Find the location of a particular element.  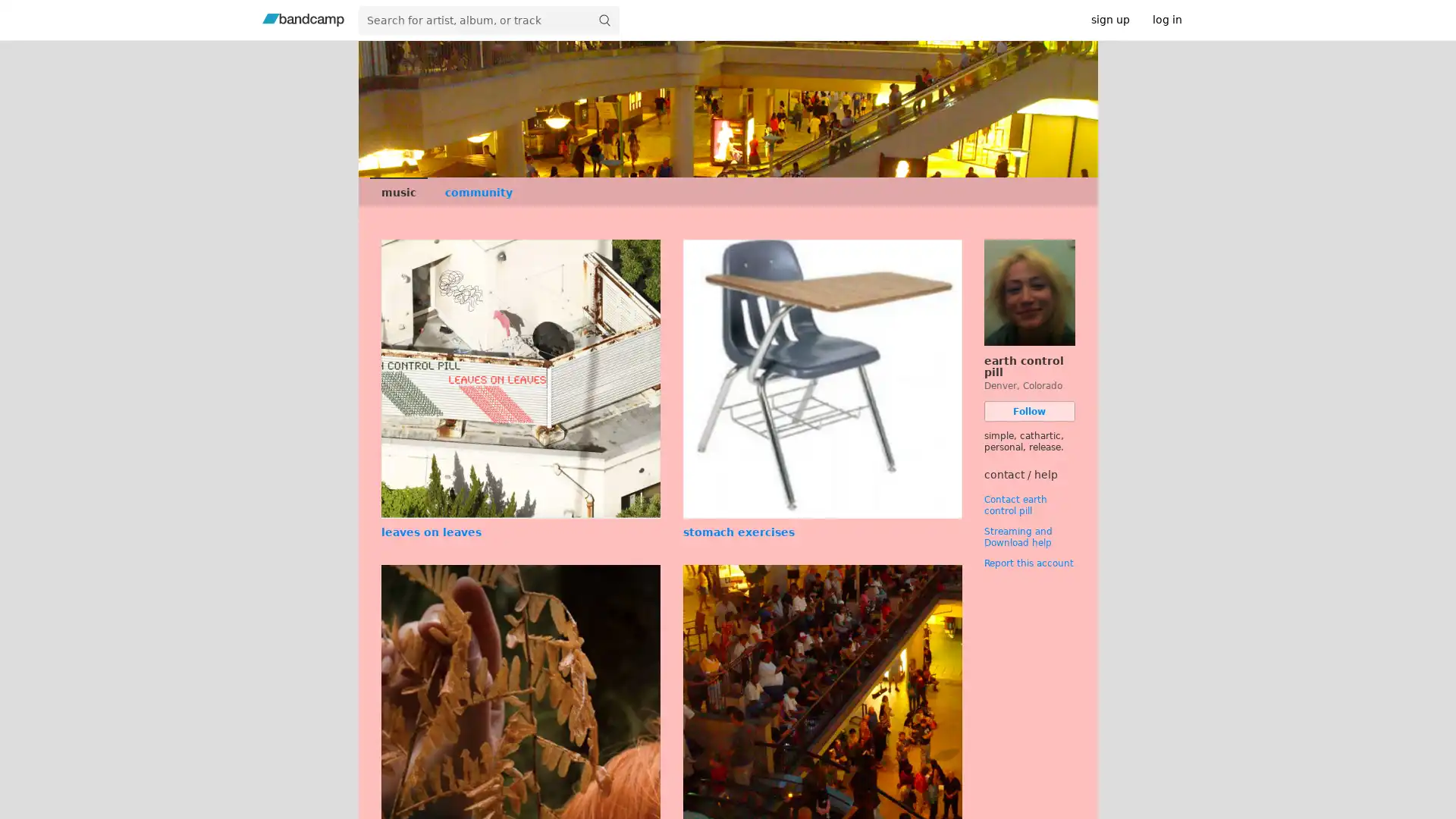

Follow is located at coordinates (1029, 411).